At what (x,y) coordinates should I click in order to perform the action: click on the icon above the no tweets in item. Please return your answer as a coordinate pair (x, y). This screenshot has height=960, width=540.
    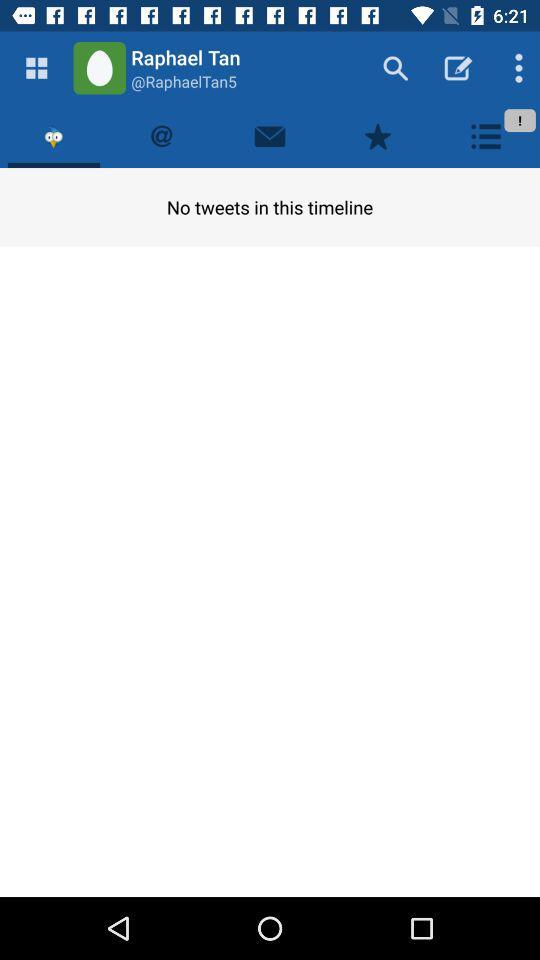
    Looking at the image, I should click on (161, 135).